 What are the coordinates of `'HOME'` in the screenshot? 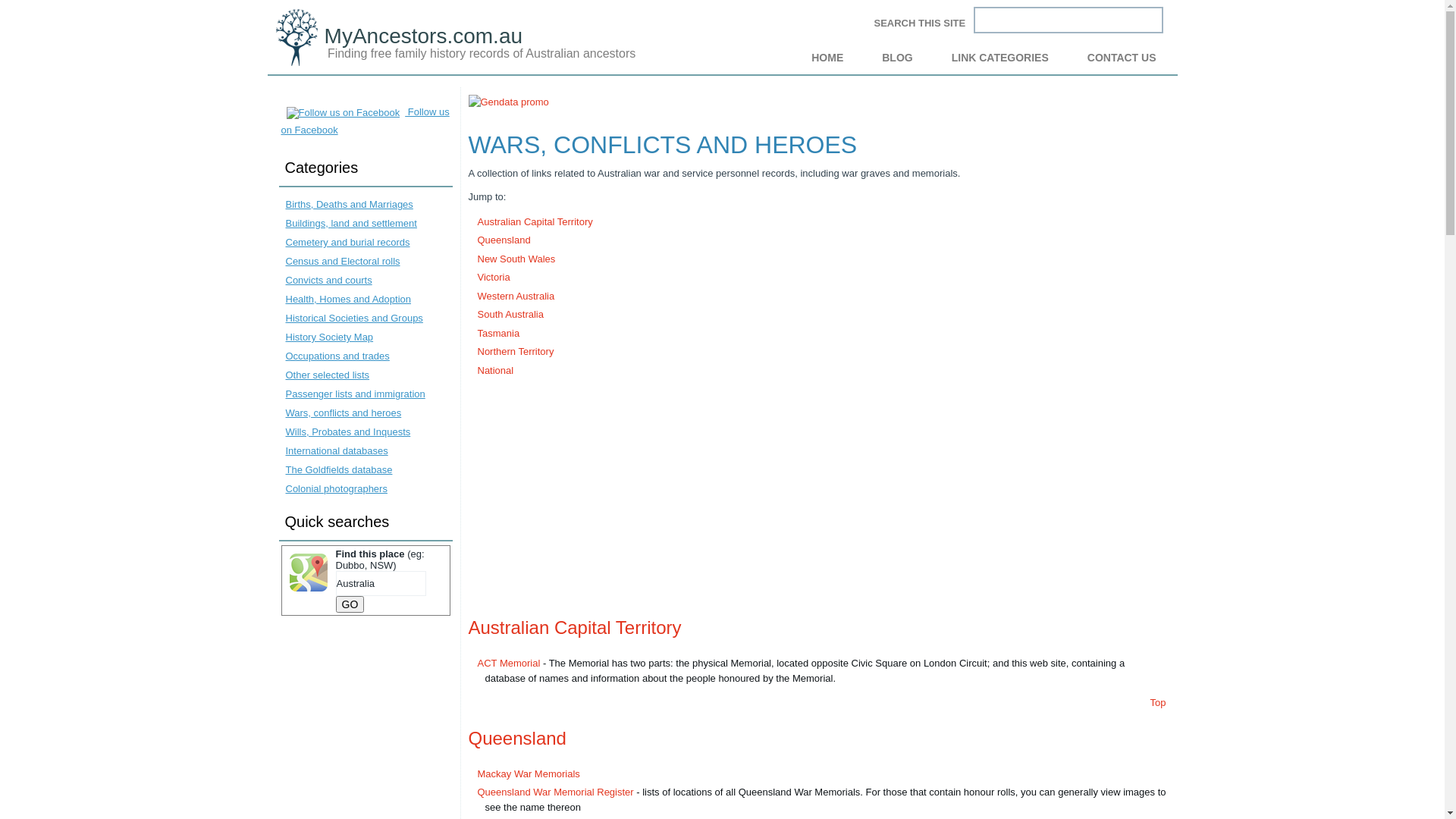 It's located at (793, 57).